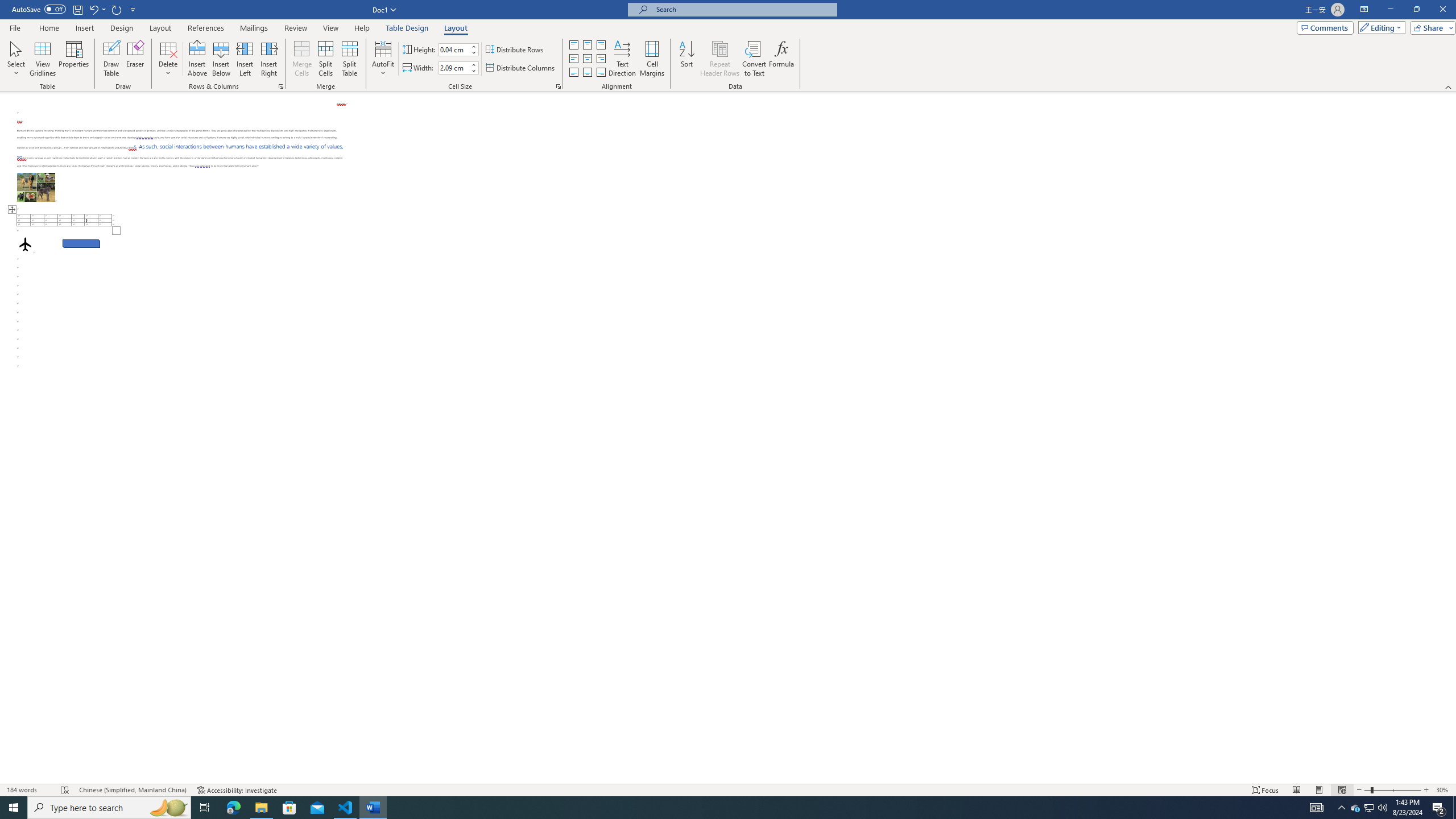 The width and height of the screenshot is (1456, 819). Describe the element at coordinates (349, 59) in the screenshot. I see `'Split Table'` at that location.